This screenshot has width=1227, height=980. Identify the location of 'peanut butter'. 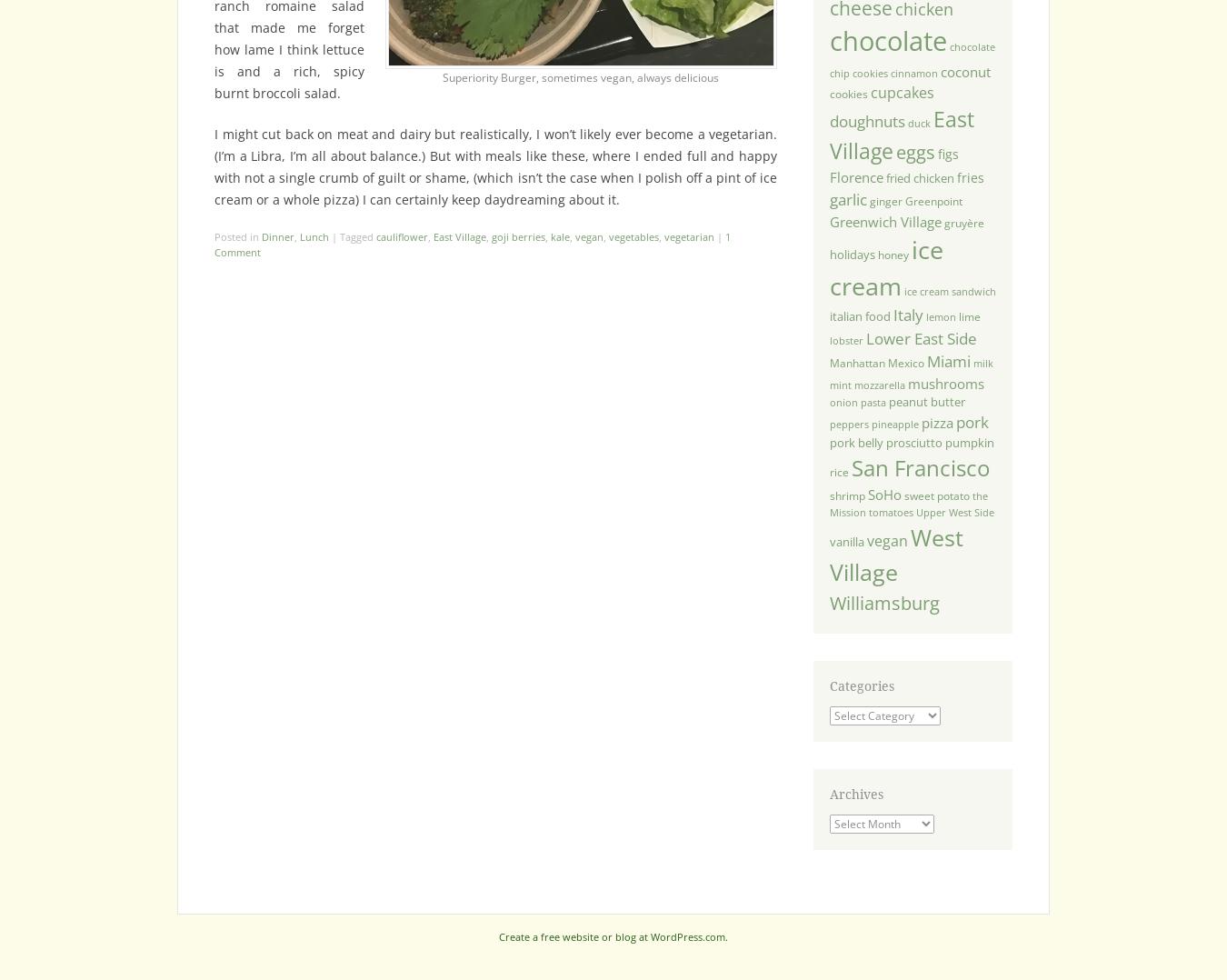
(925, 401).